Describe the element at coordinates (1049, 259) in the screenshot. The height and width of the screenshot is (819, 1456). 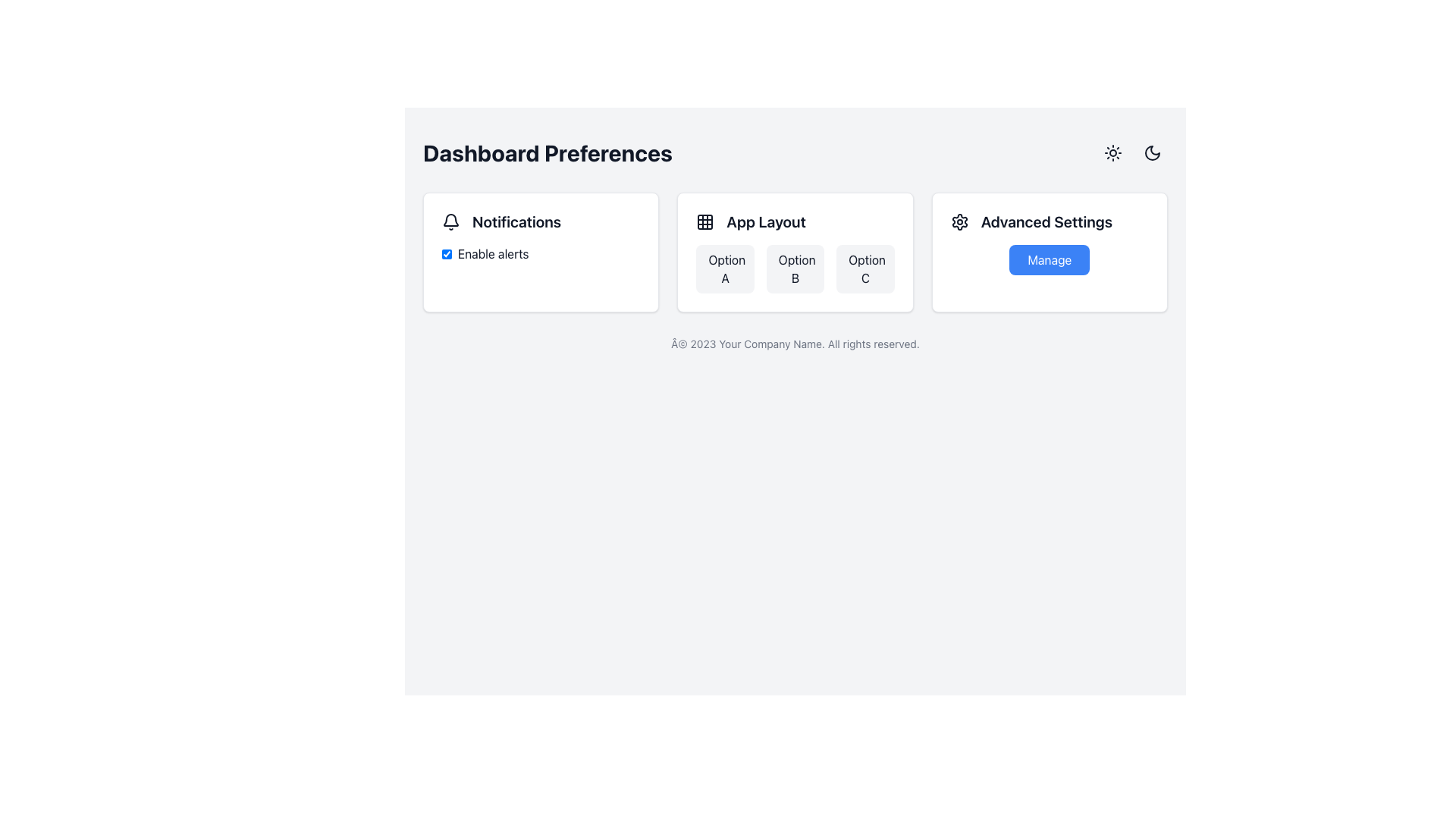
I see `the 'Advanced Settings' button` at that location.